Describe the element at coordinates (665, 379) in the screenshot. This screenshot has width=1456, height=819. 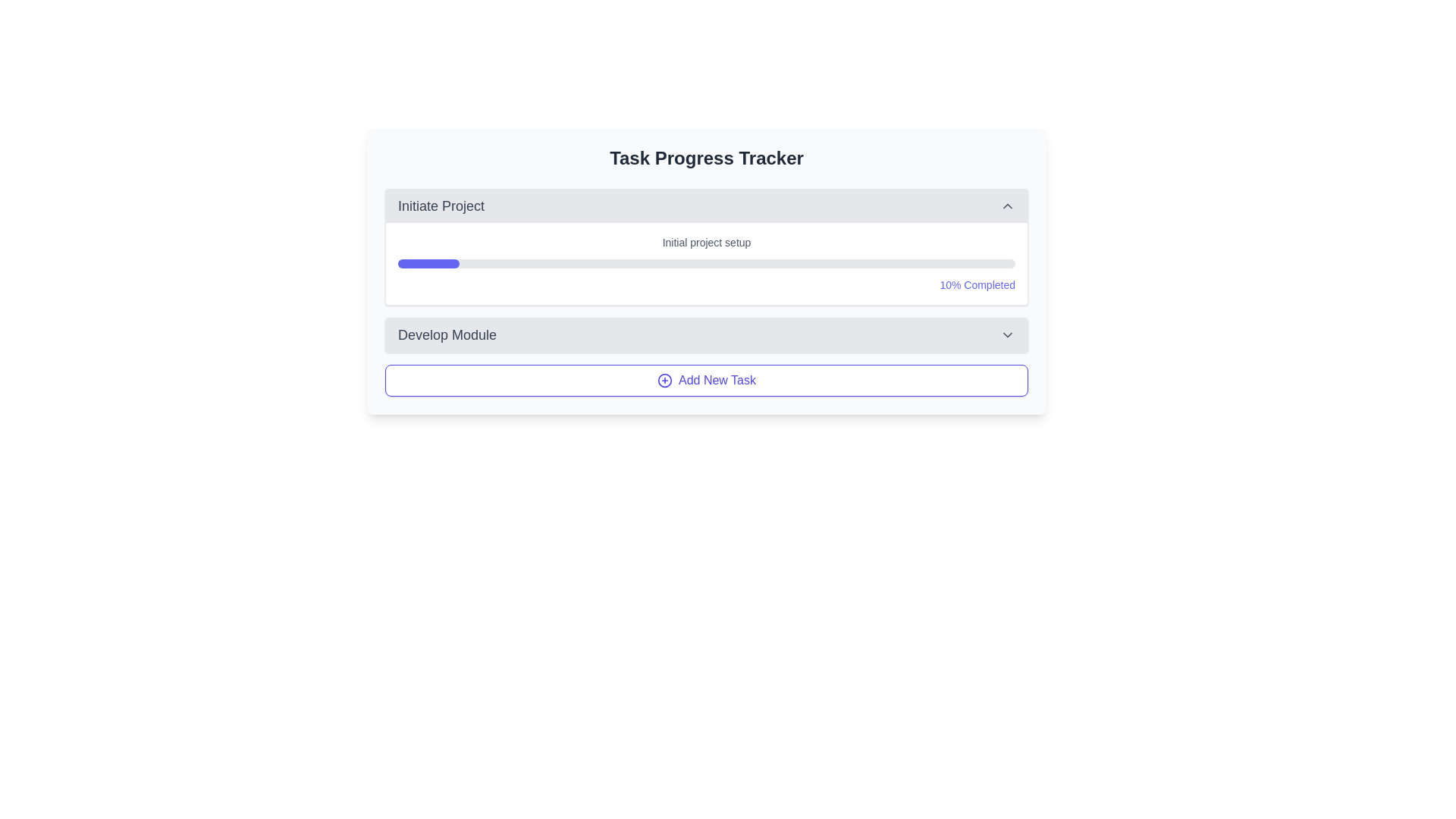
I see `the circular icon within the 'Add New Task' button located in the 'Develop Module' section` at that location.